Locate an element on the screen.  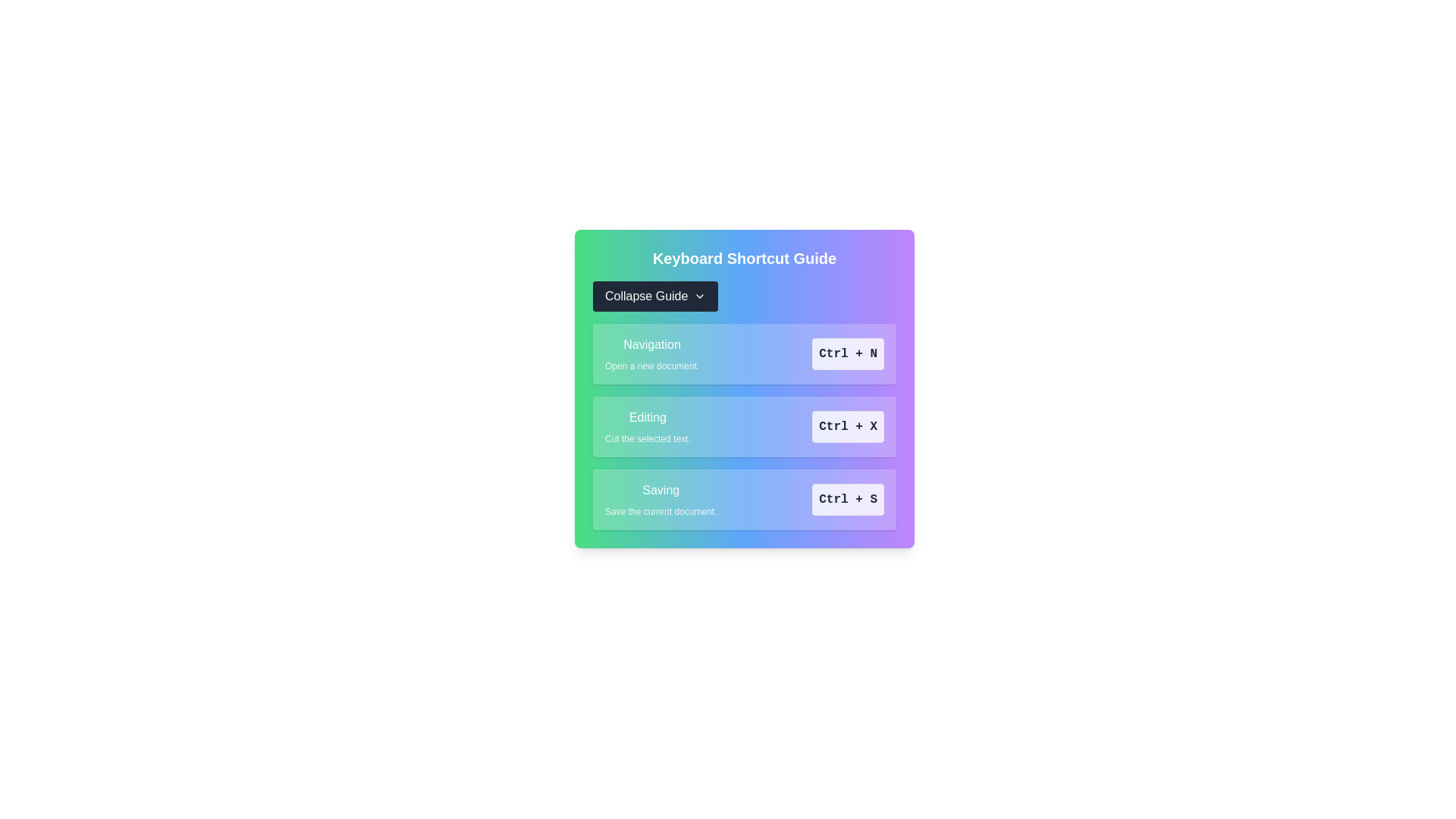
the second item in a vertical list of shortcut descriptions with a vibrant gradient background is located at coordinates (745, 388).